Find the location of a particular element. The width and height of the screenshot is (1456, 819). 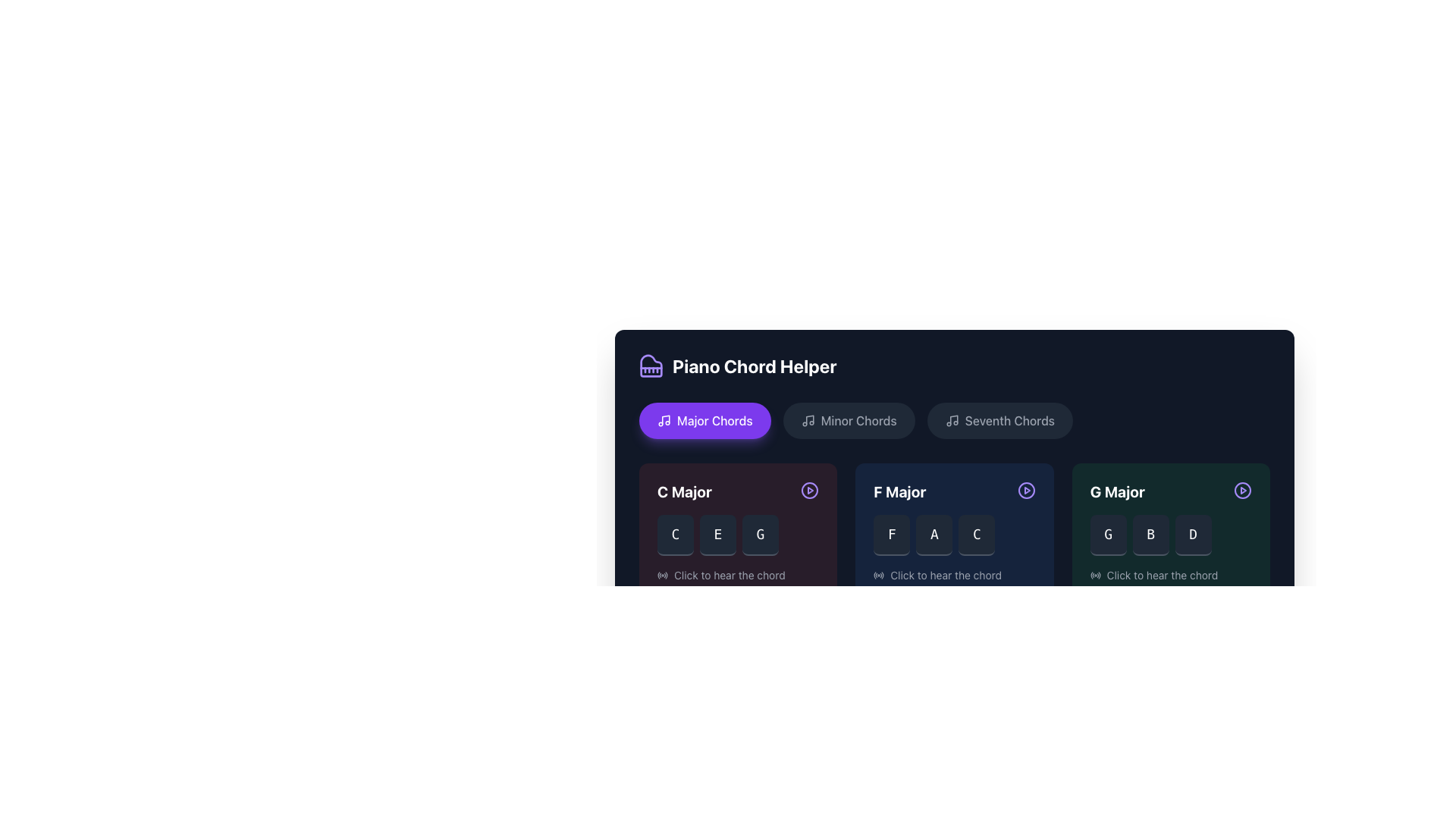

the interactive text labeled 'Click to hear the chord', which is styled in gray and located below the letters 'C', 'E', and 'G' in the 'C Major' chord box is located at coordinates (738, 576).